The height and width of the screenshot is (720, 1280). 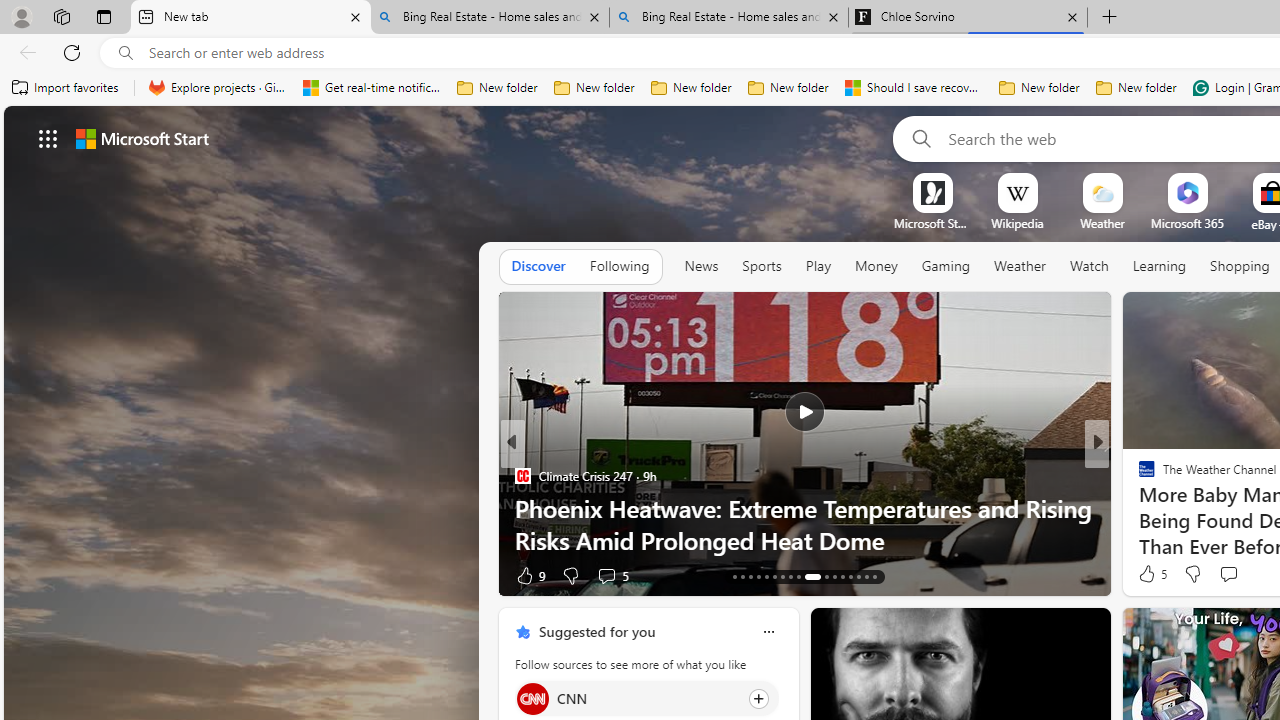 I want to click on 'CNN', so click(x=532, y=697).